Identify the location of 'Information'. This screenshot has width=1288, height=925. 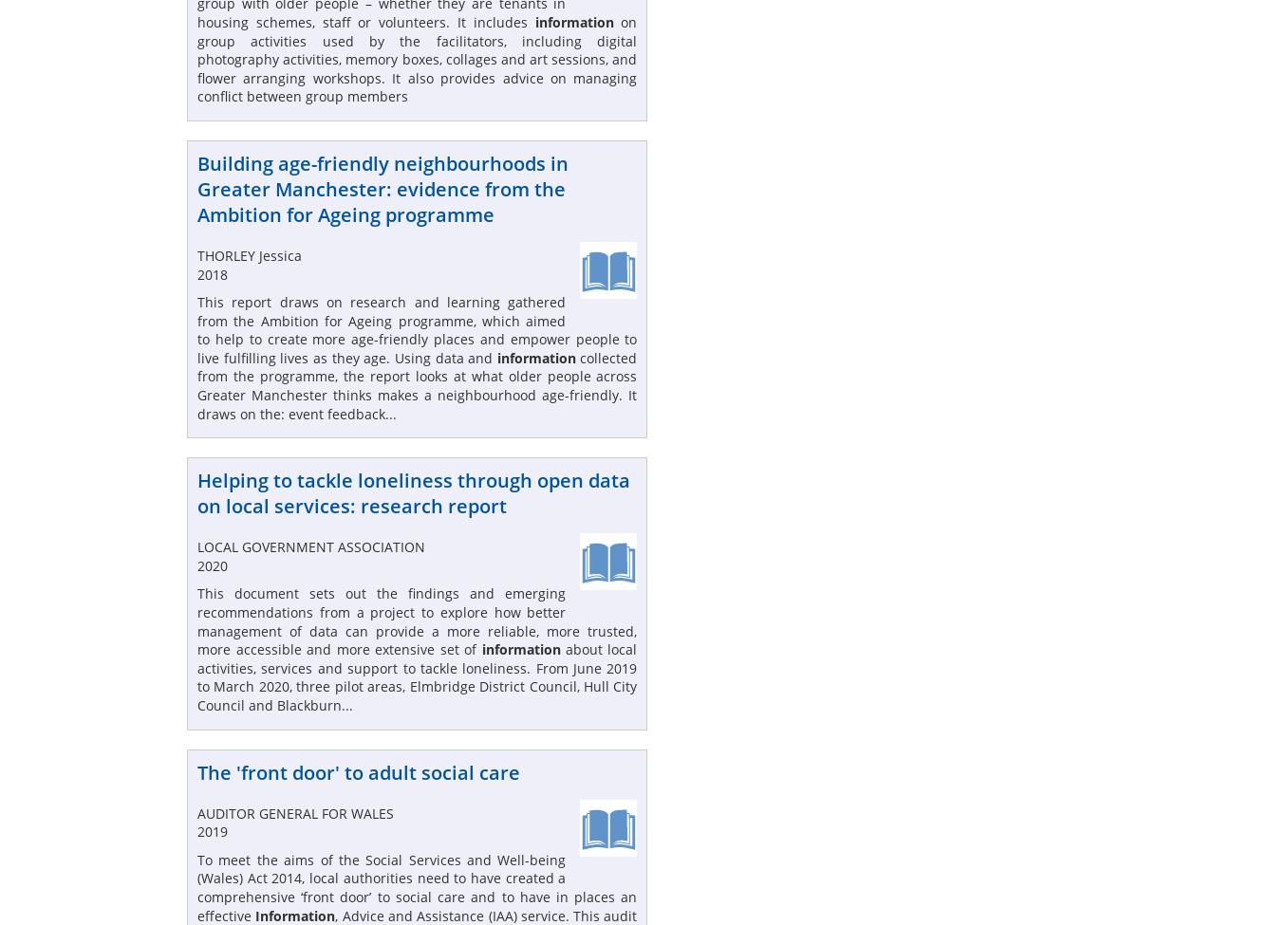
(254, 914).